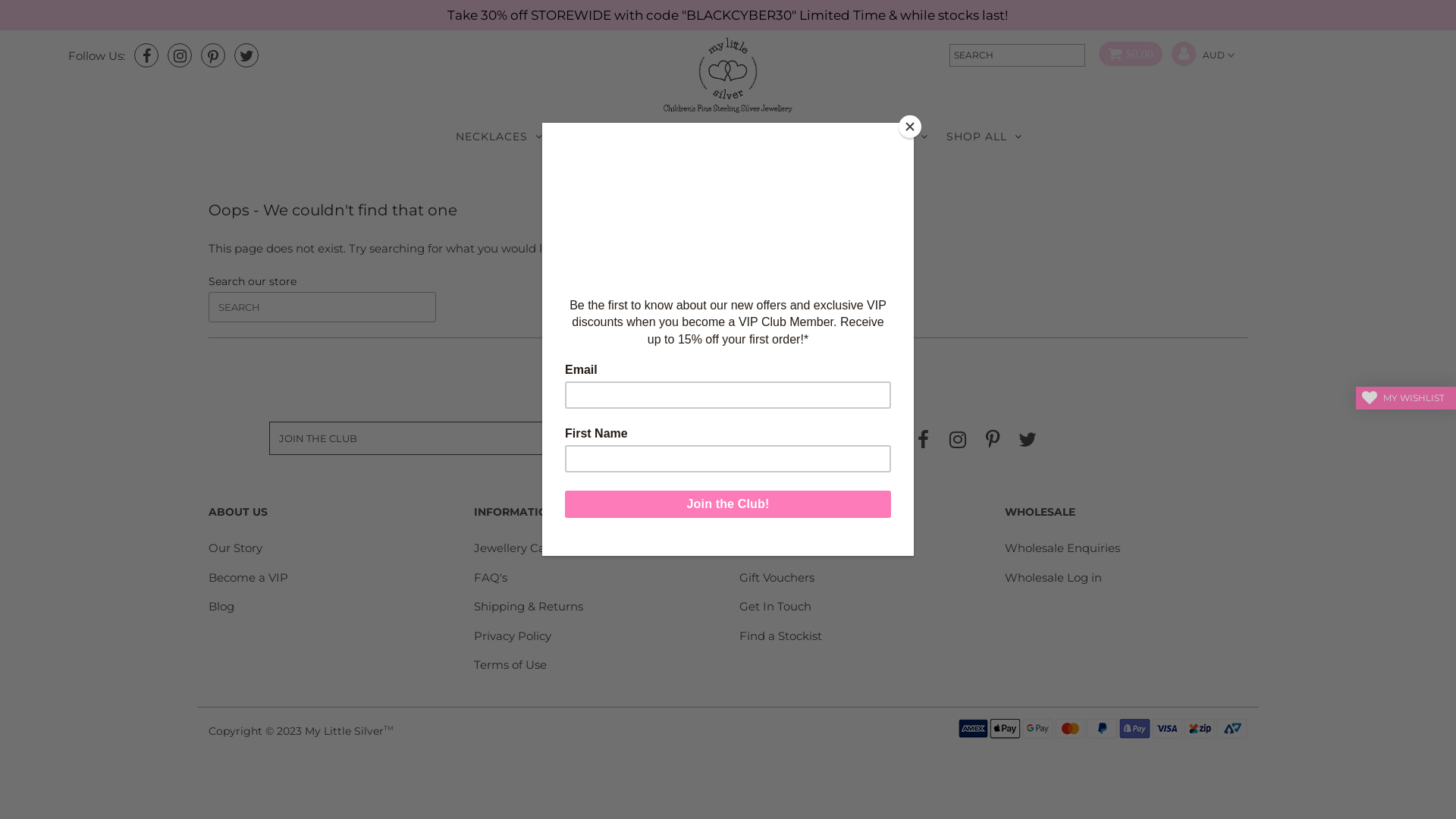  Describe the element at coordinates (1062, 548) in the screenshot. I see `'Wholesale Enquiries'` at that location.